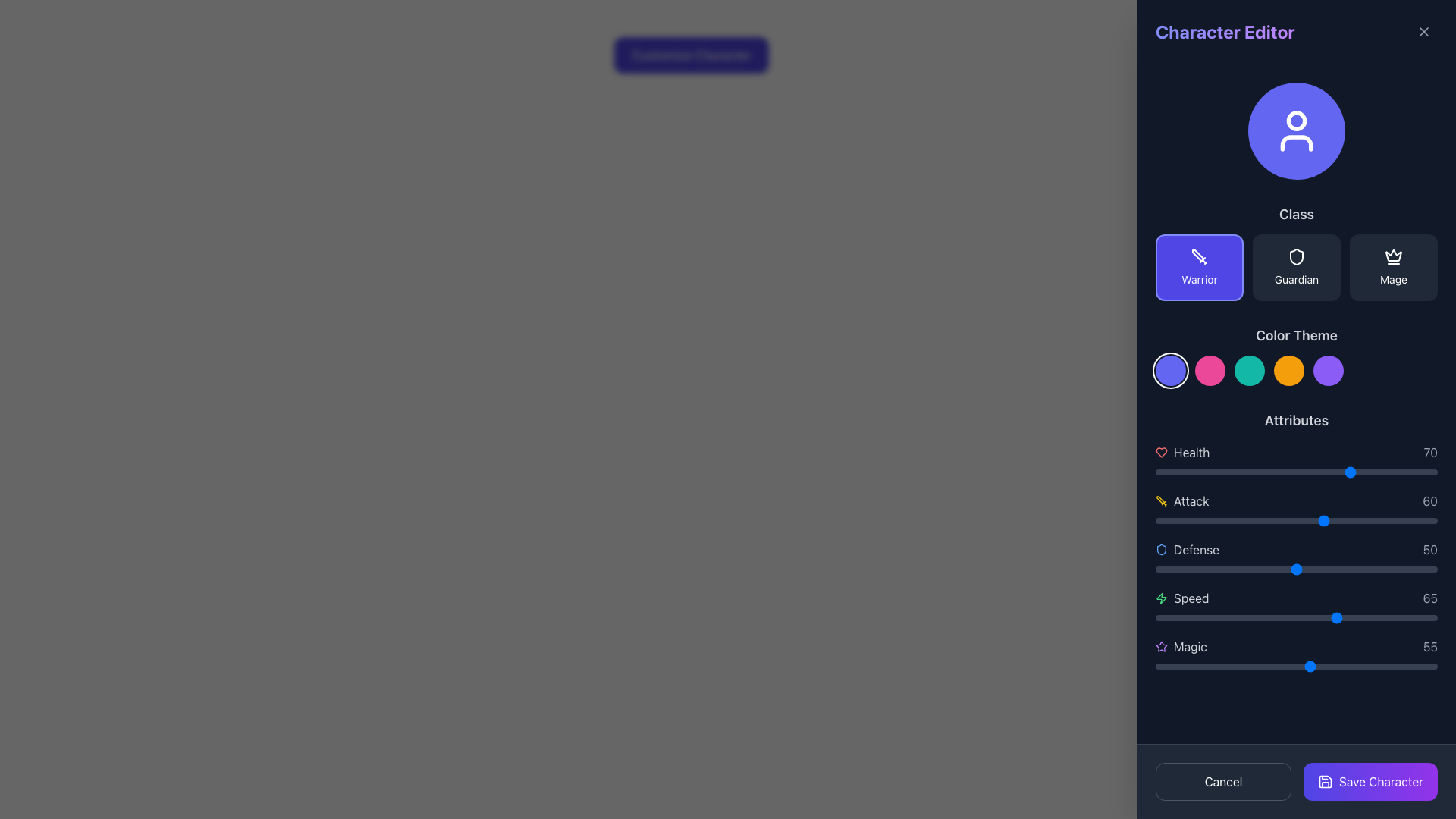 This screenshot has height=819, width=1456. What do you see at coordinates (1175, 472) in the screenshot?
I see `health value` at bounding box center [1175, 472].